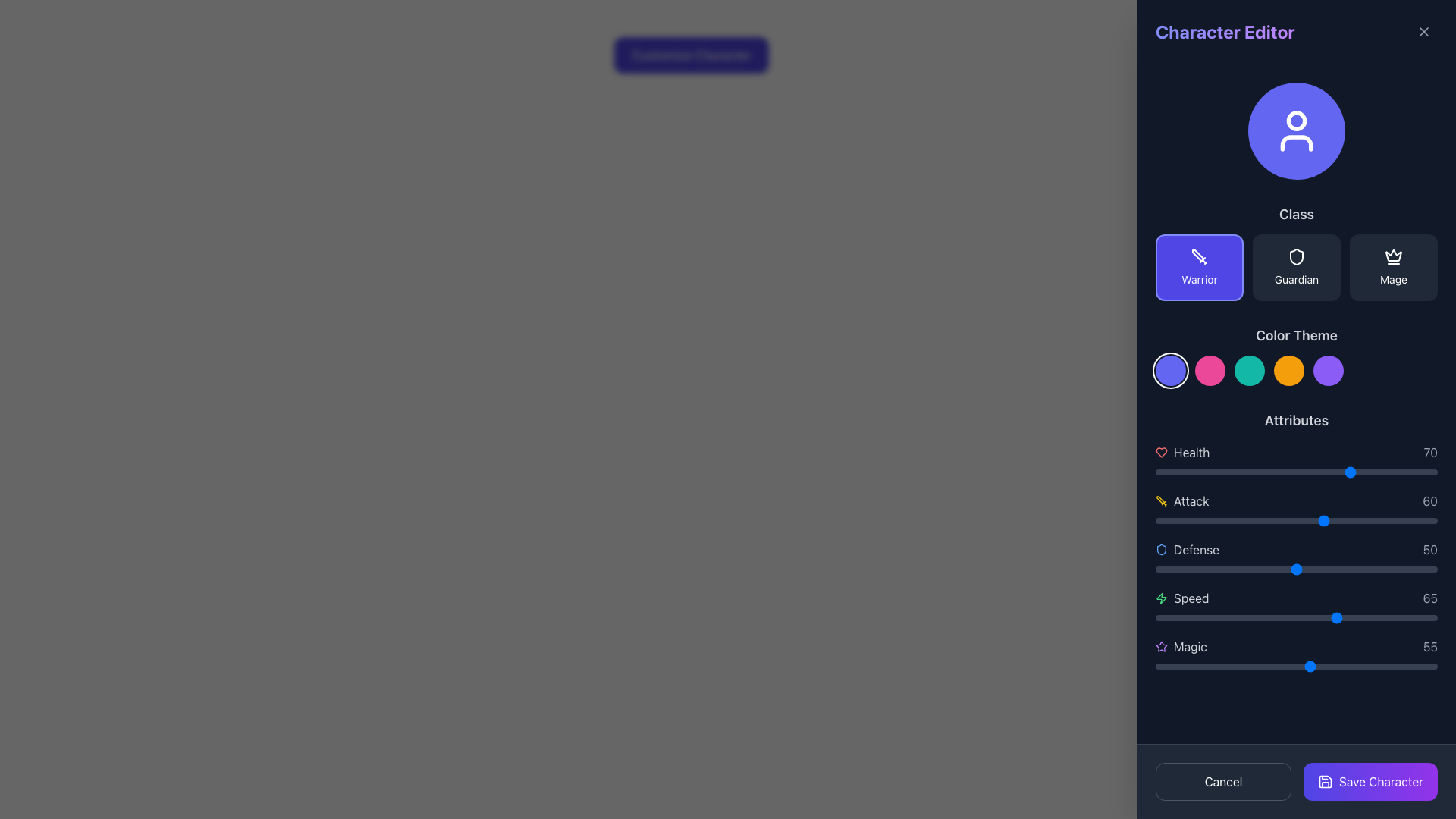 This screenshot has height=819, width=1456. What do you see at coordinates (1175, 472) in the screenshot?
I see `health value` at bounding box center [1175, 472].